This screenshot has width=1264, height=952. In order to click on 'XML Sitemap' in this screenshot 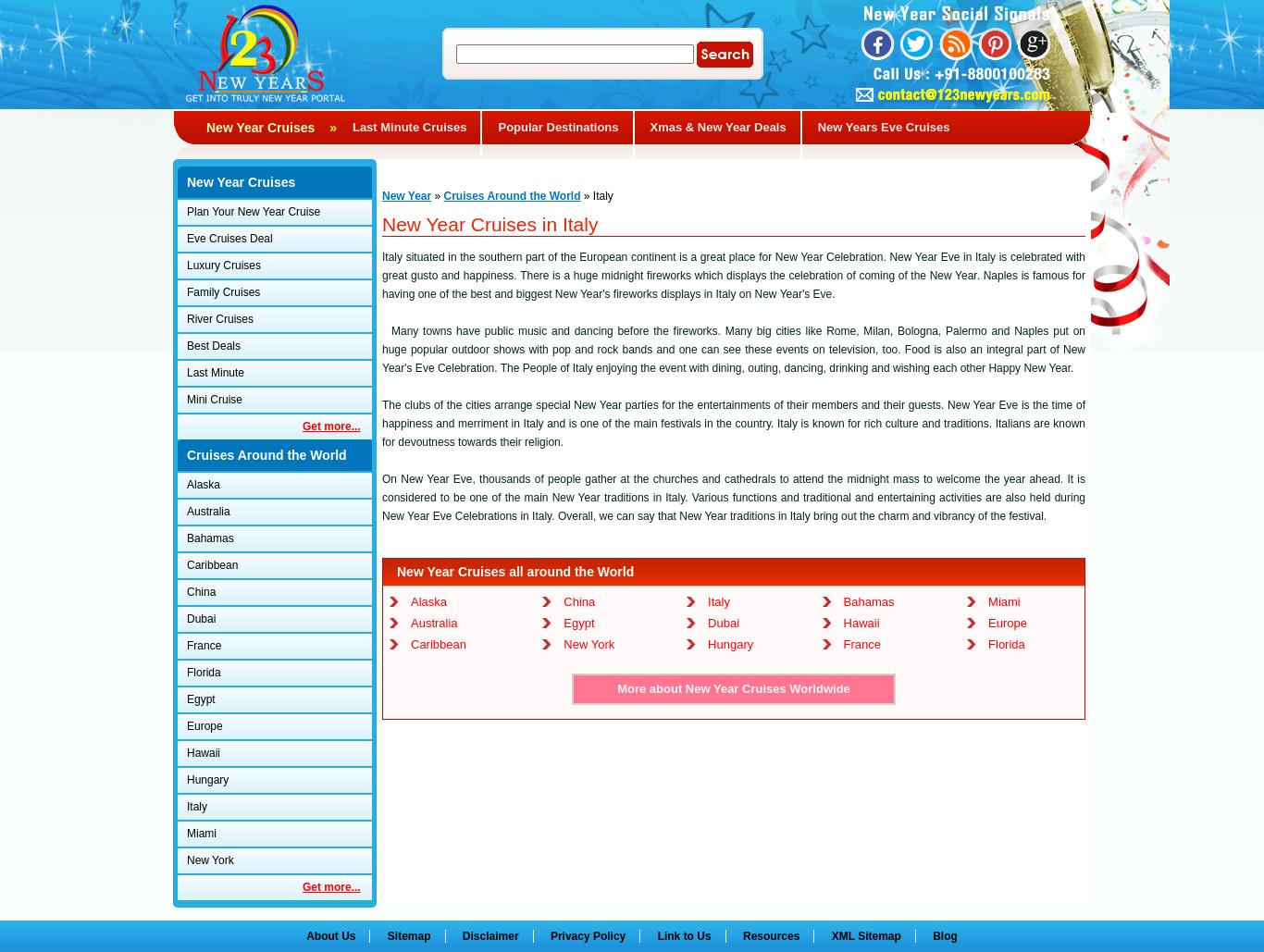, I will do `click(865, 935)`.